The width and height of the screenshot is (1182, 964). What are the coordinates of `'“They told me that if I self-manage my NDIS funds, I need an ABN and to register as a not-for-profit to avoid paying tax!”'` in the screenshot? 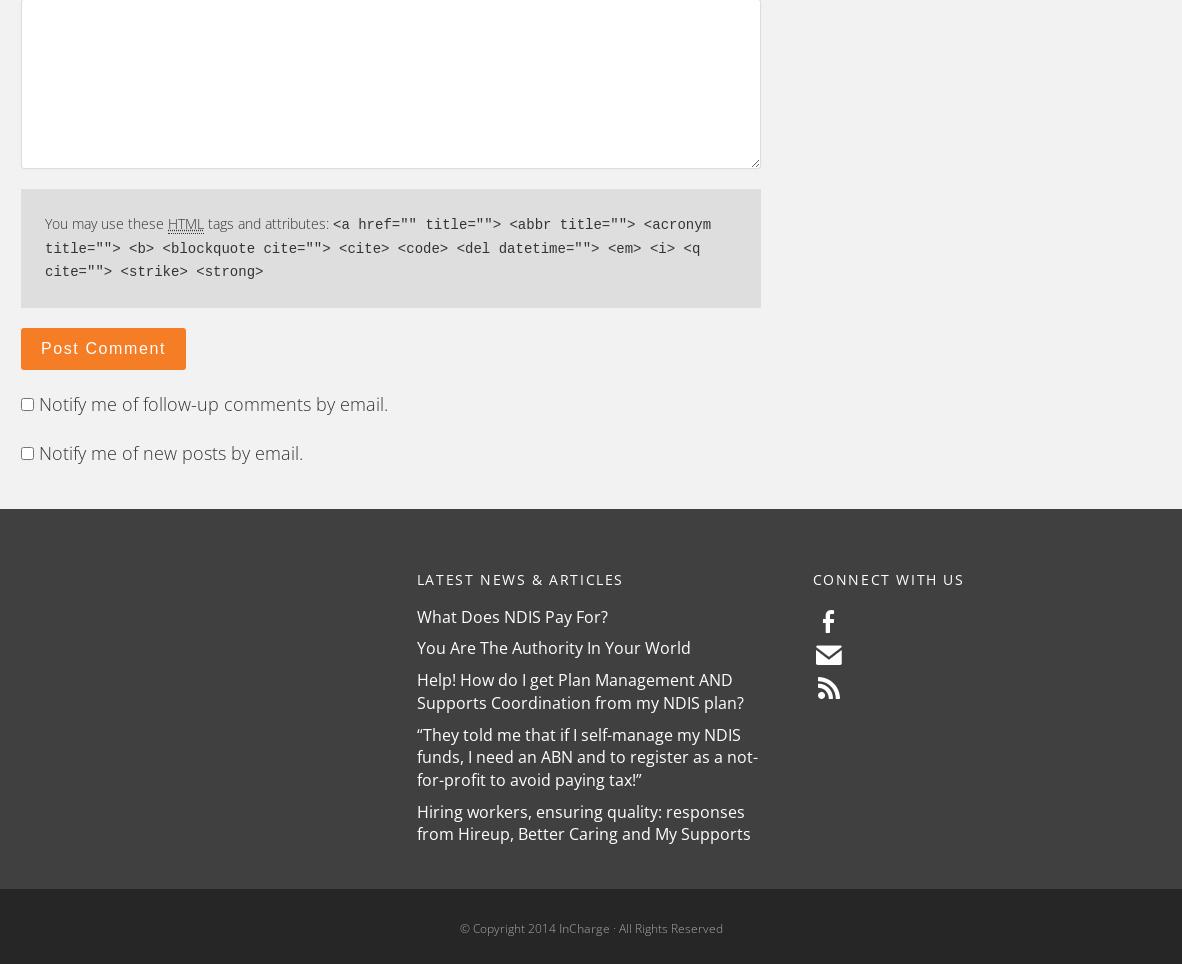 It's located at (586, 755).